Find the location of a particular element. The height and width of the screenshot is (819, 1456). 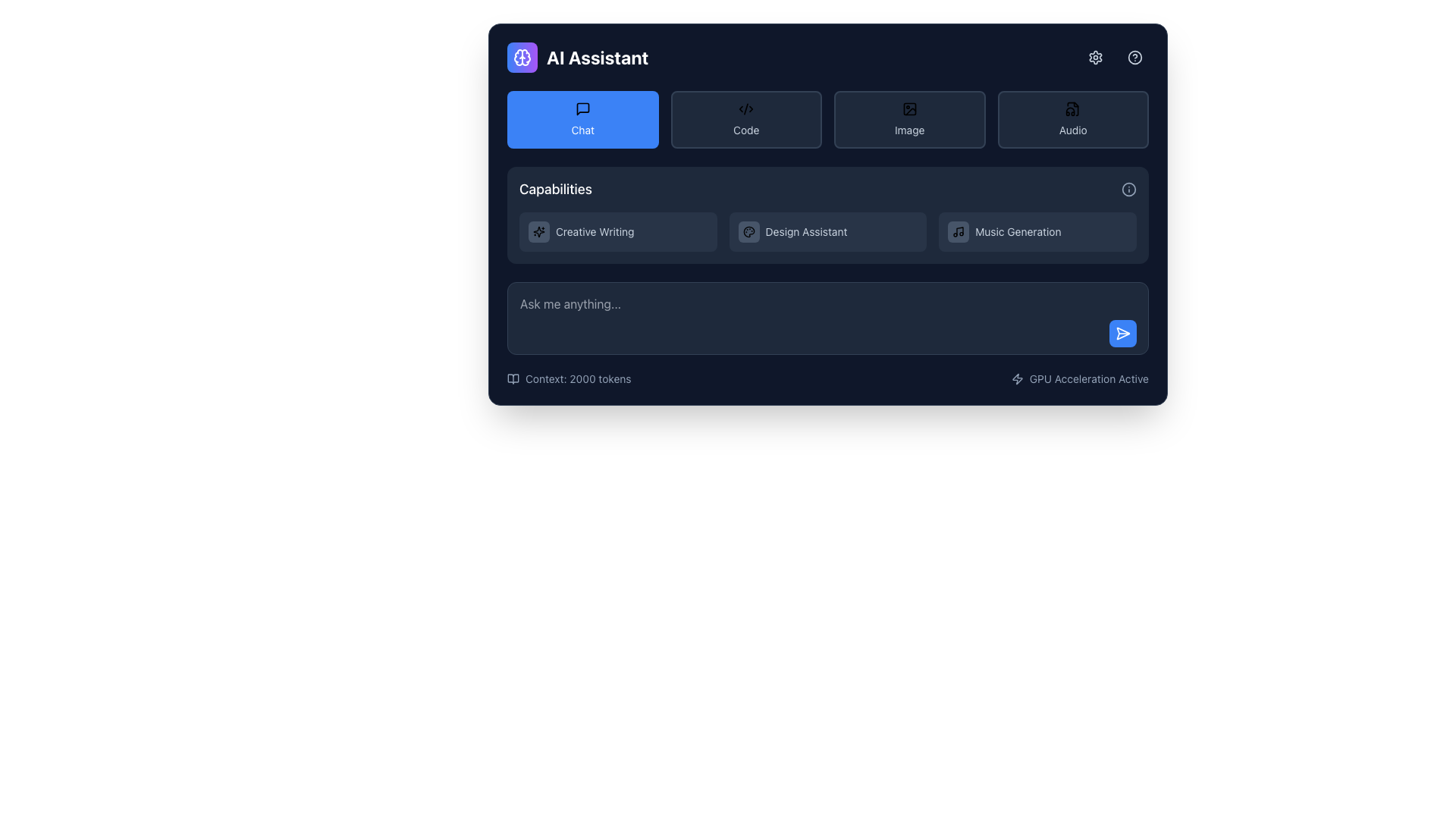

the 'Music Generation' icon located in the 'Capabilities' section, which is the first element in the row of buttons is located at coordinates (958, 231).